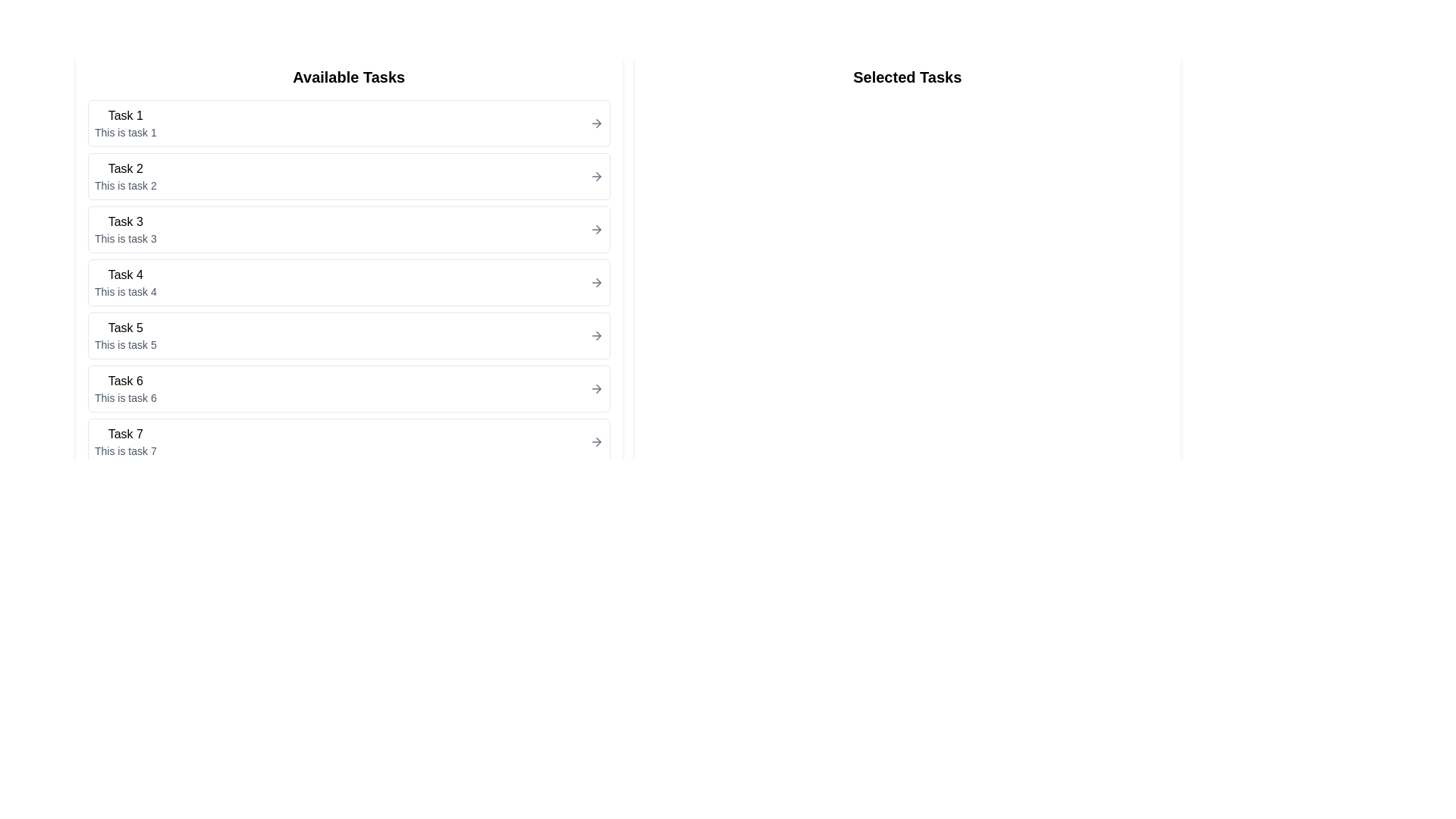 The width and height of the screenshot is (1456, 819). I want to click on the Text label that serves as the header for the first task in the 'Available Tasks' list, located near the upper-left corner of the list, so click(125, 115).